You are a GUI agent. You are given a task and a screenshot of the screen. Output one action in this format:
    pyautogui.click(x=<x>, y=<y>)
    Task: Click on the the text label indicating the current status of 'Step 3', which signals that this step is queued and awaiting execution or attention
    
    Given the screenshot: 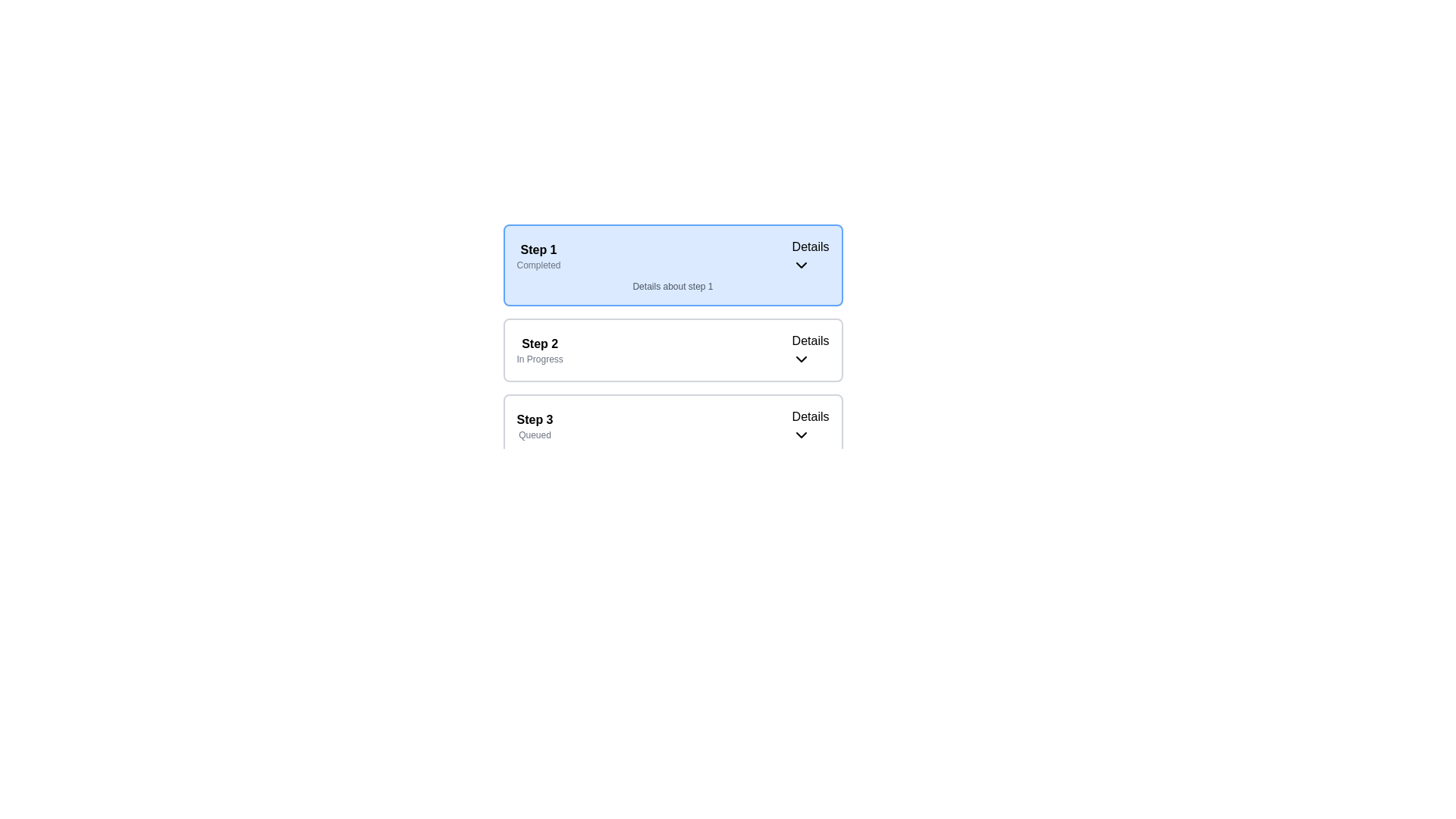 What is the action you would take?
    pyautogui.click(x=535, y=435)
    